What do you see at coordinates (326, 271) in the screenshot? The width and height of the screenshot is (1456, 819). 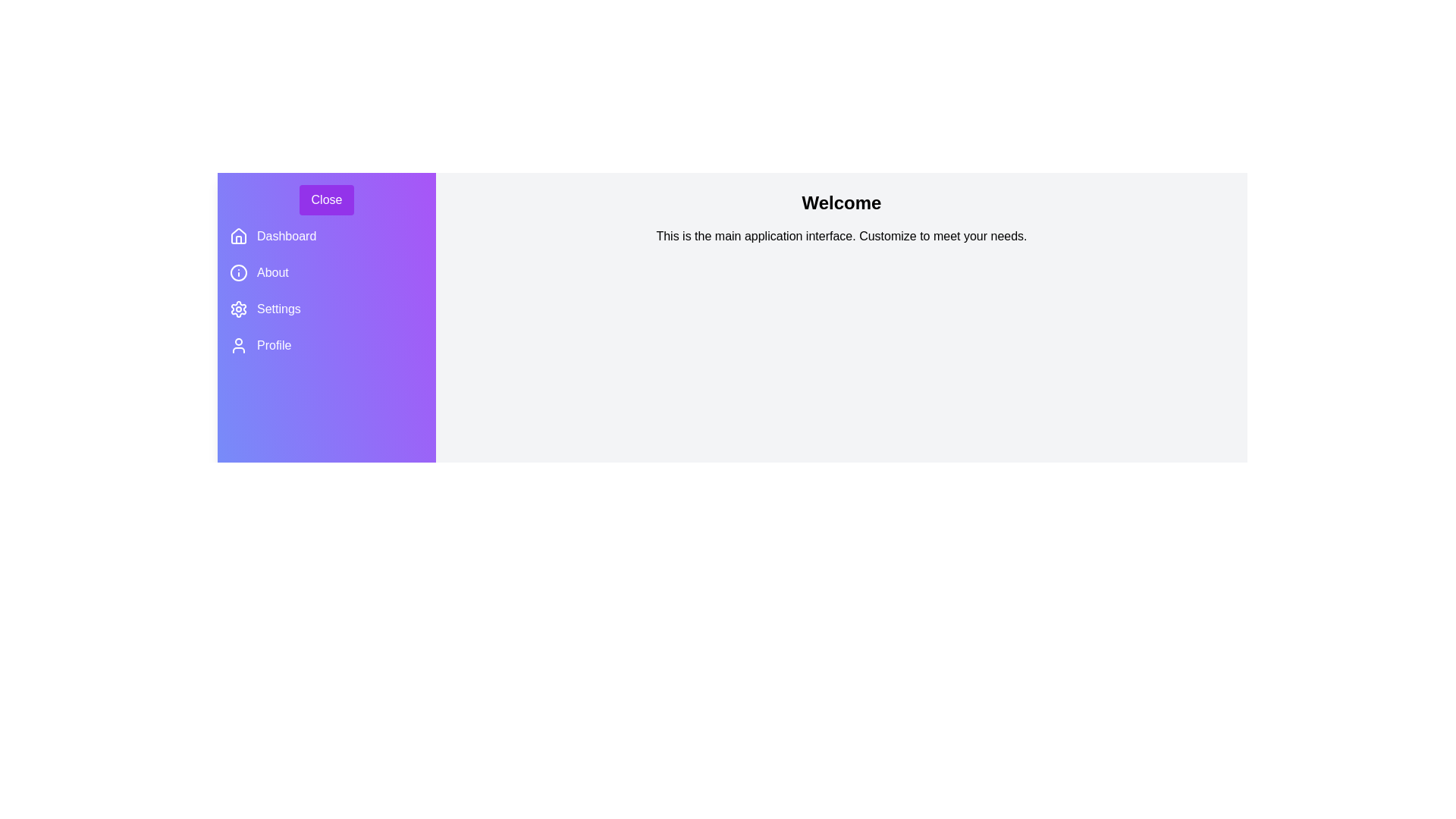 I see `the 'About' menu item` at bounding box center [326, 271].